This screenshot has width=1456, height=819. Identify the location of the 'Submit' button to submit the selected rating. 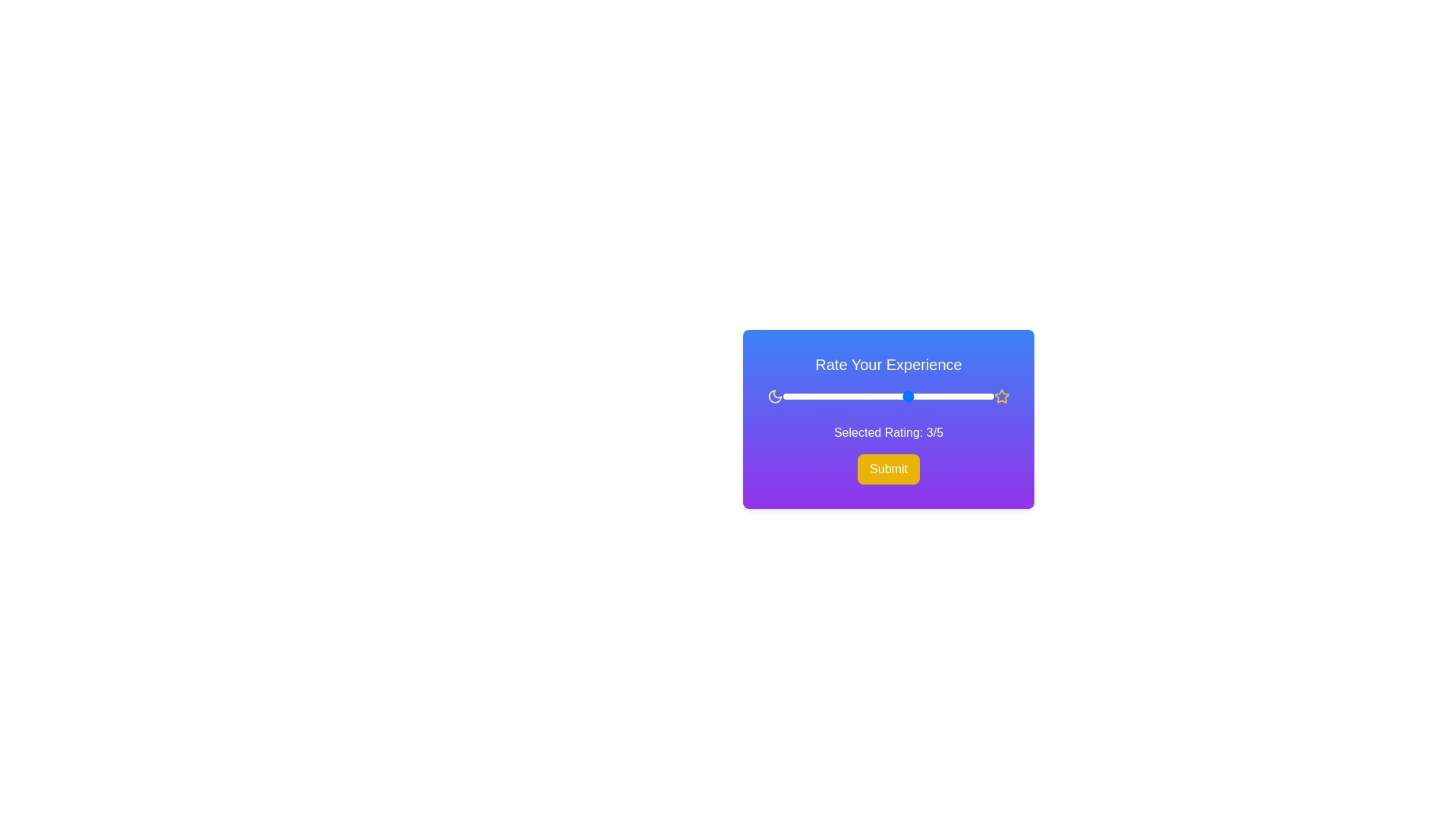
(888, 468).